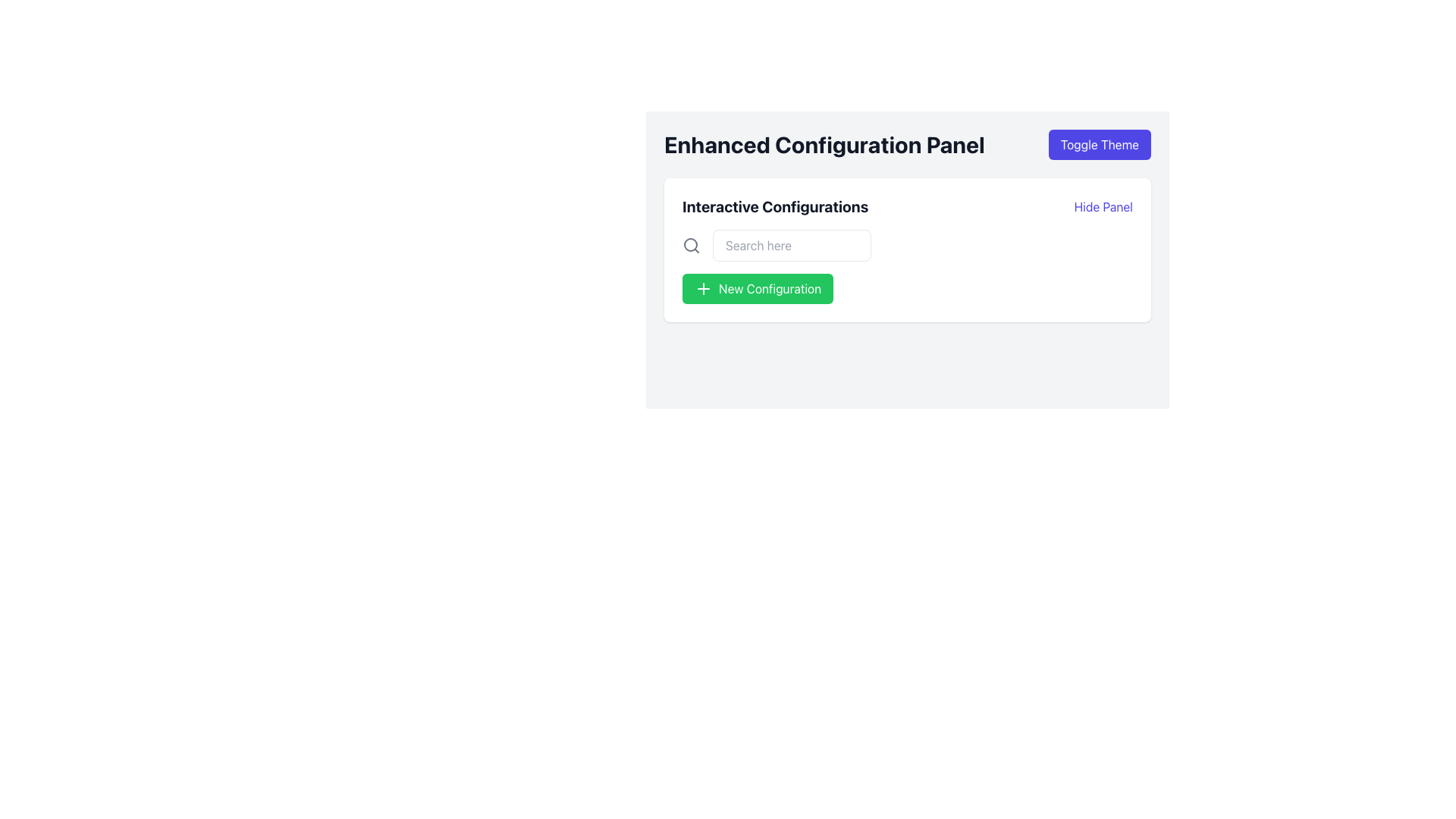 The height and width of the screenshot is (819, 1456). What do you see at coordinates (758, 289) in the screenshot?
I see `the green rectangular button labeled 'New Configuration' with a white plus sign` at bounding box center [758, 289].